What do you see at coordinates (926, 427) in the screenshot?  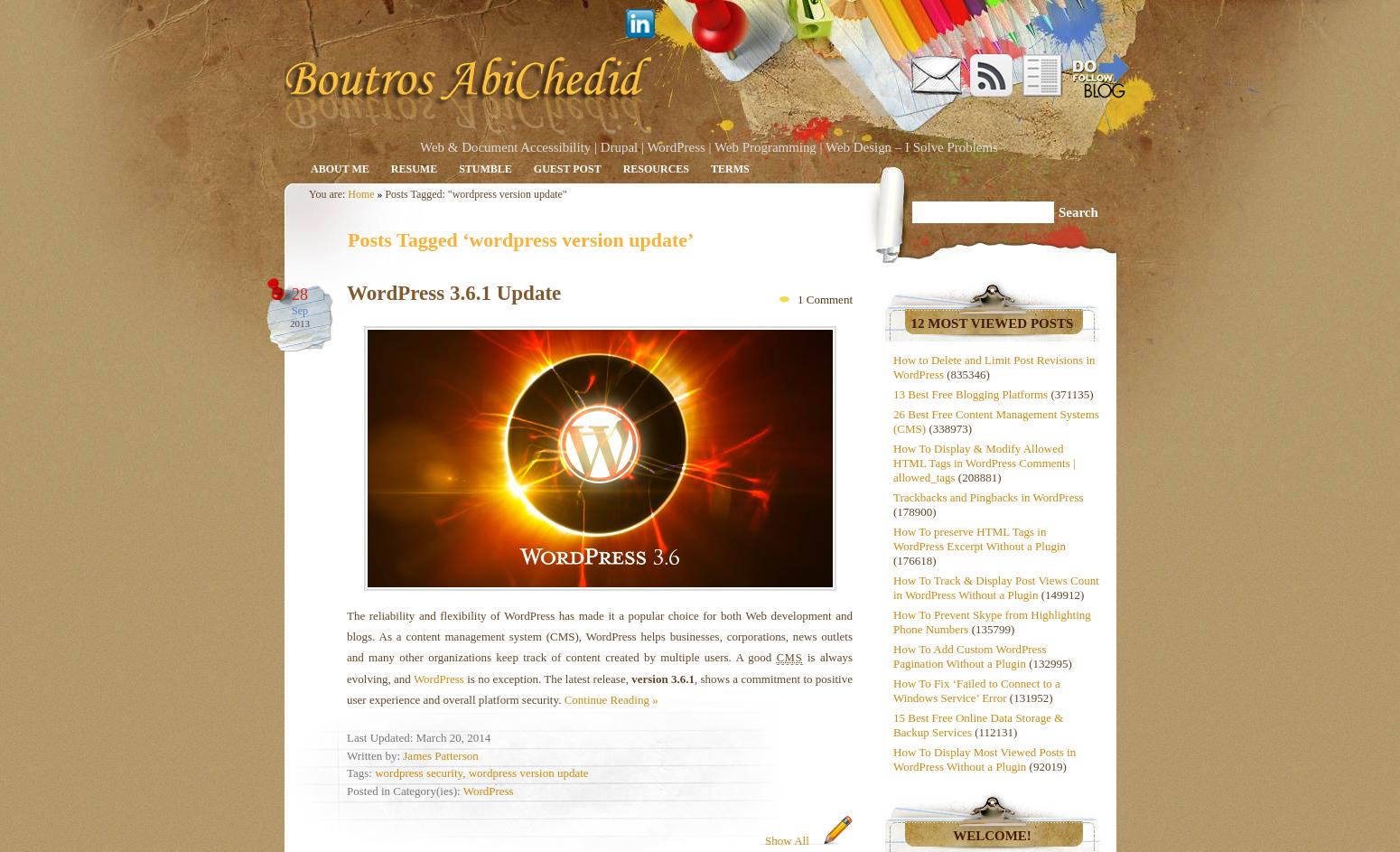 I see `'(338973)'` at bounding box center [926, 427].